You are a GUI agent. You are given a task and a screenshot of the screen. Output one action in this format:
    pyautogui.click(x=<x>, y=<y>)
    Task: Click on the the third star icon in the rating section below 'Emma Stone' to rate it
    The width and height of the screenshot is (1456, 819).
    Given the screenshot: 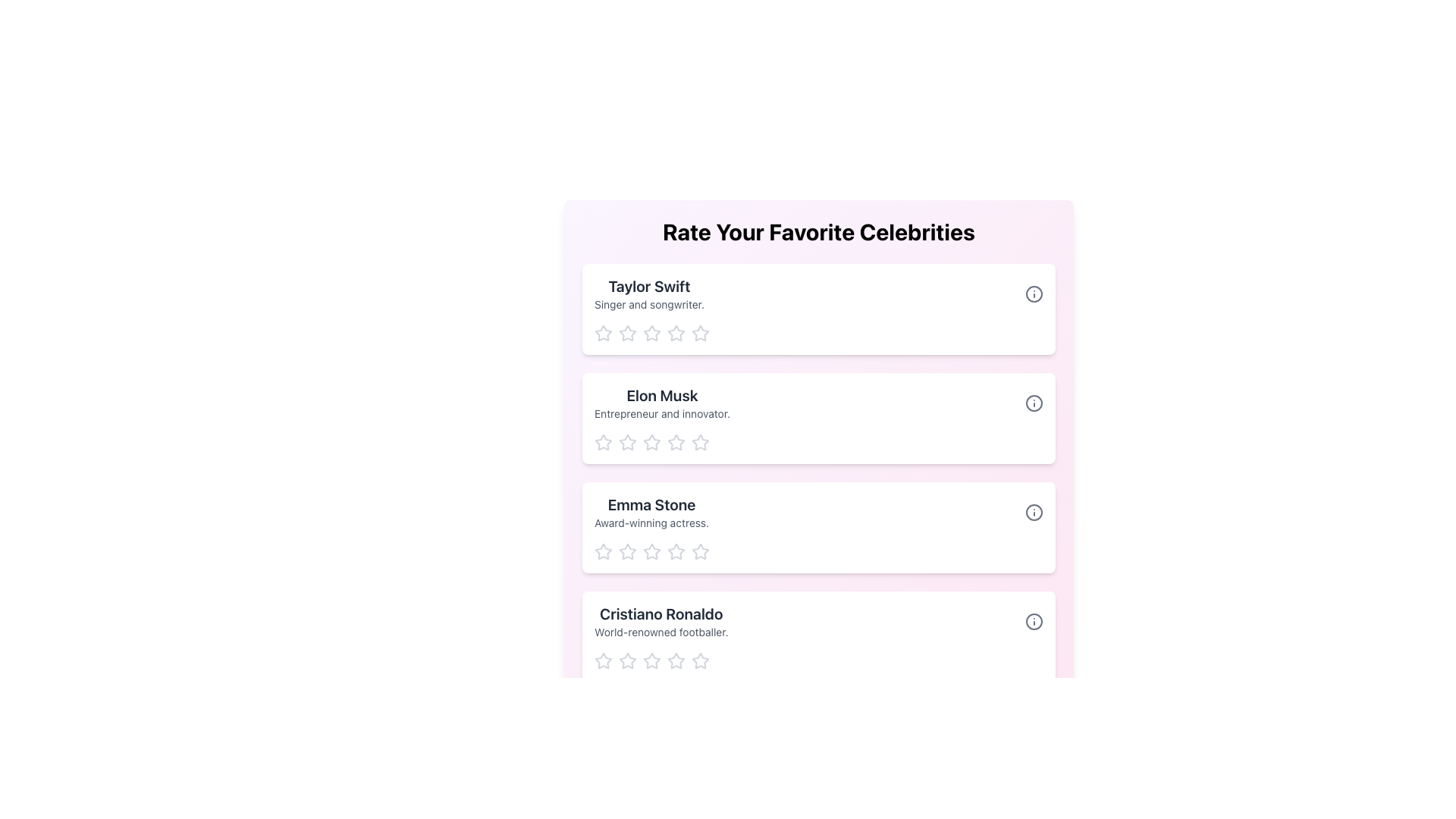 What is the action you would take?
    pyautogui.click(x=676, y=551)
    